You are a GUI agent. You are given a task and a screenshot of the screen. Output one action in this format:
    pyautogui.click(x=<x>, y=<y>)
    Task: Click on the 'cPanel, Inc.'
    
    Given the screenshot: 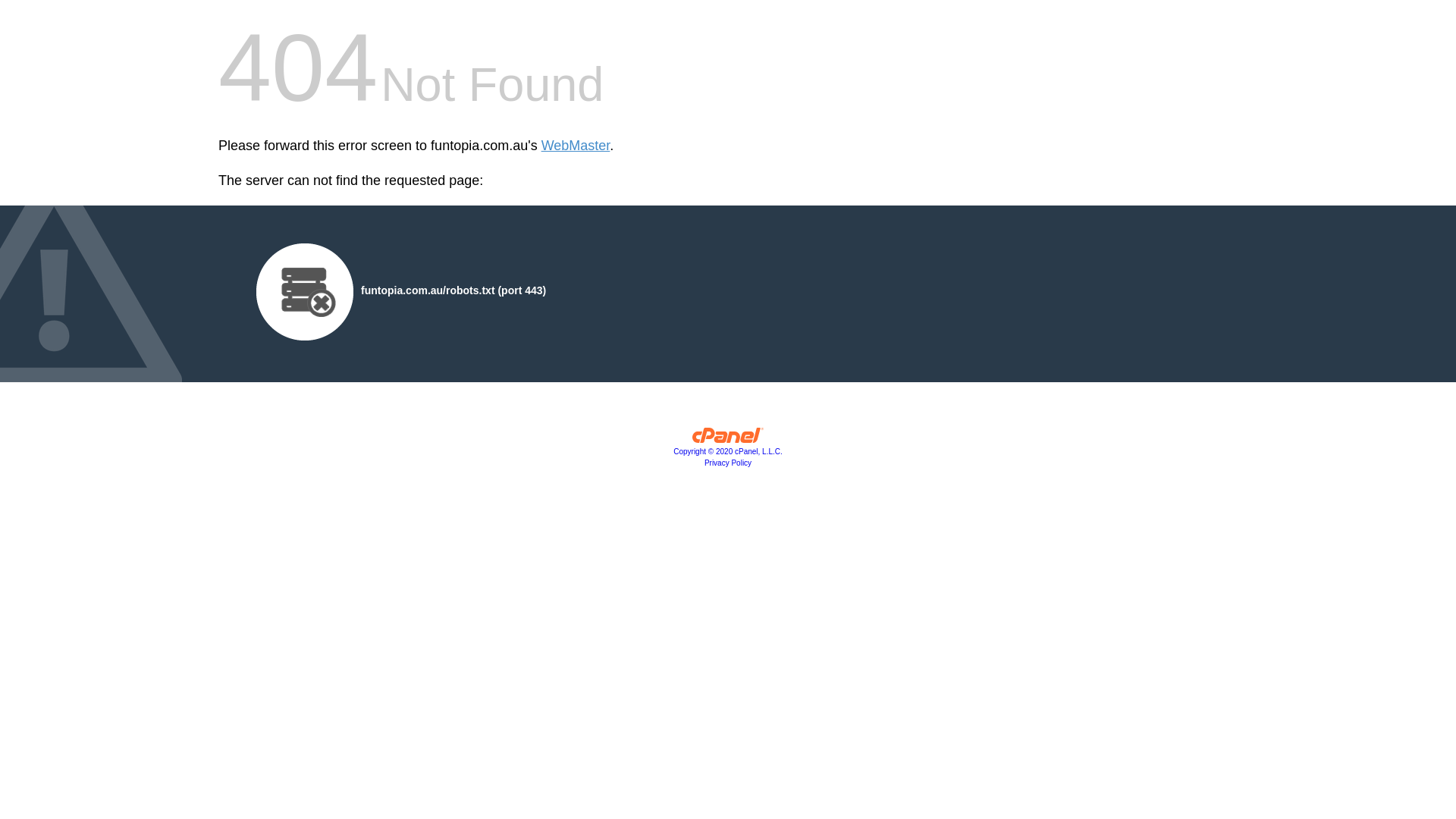 What is the action you would take?
    pyautogui.click(x=728, y=438)
    